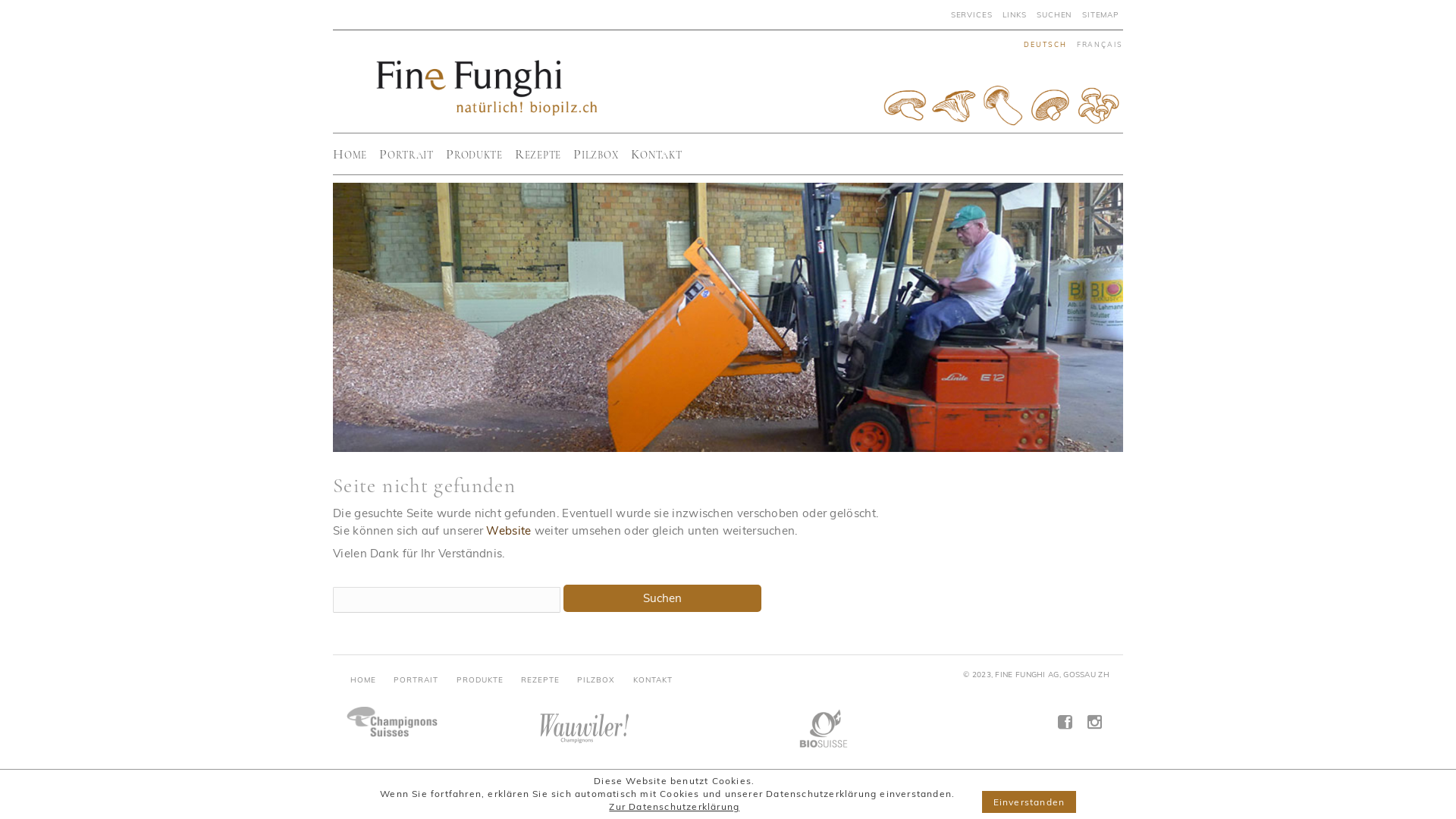  I want to click on 'Einverstanden', so click(1028, 801).